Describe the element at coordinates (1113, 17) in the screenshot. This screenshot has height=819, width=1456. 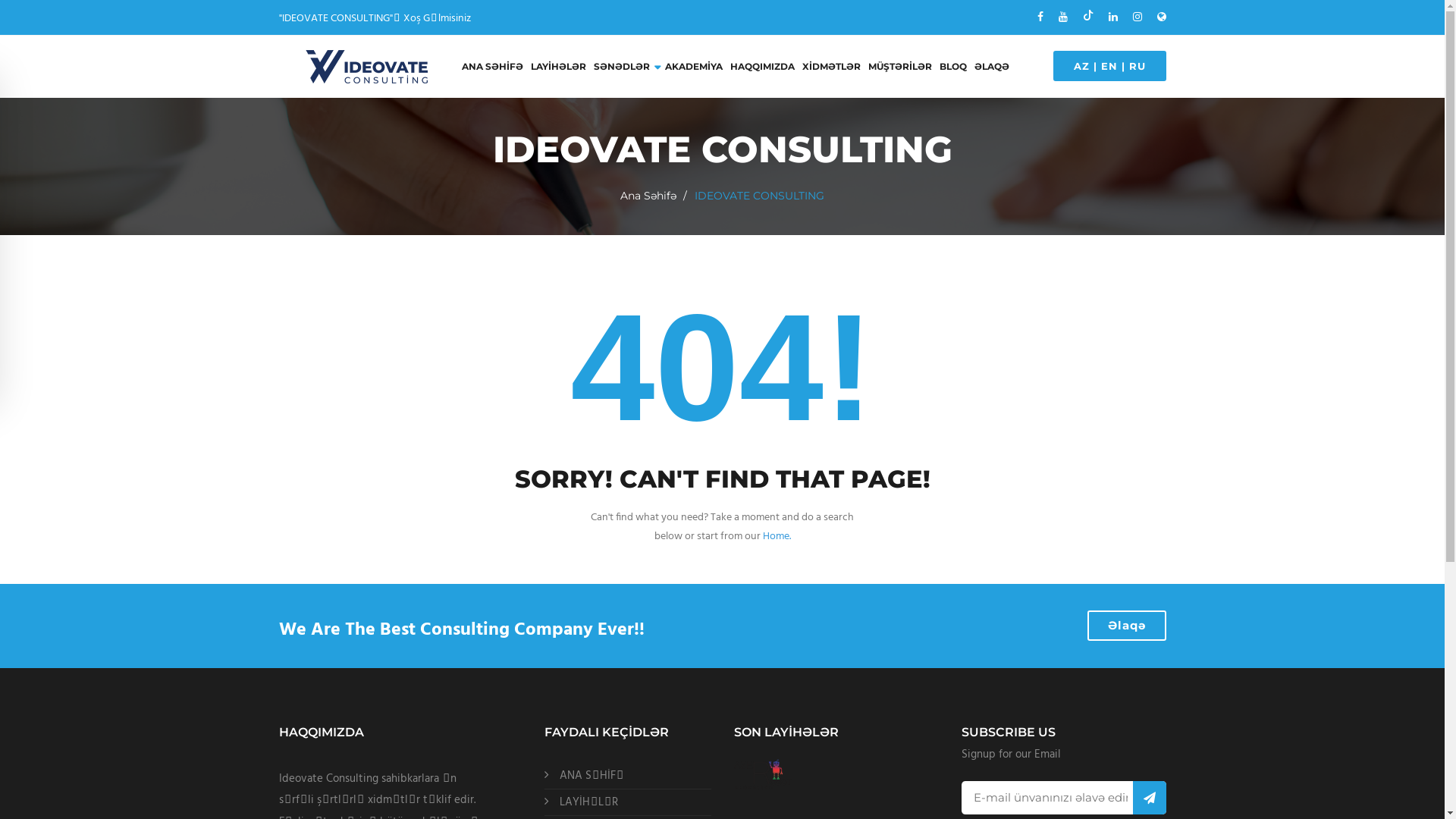
I see `'linkedin'` at that location.